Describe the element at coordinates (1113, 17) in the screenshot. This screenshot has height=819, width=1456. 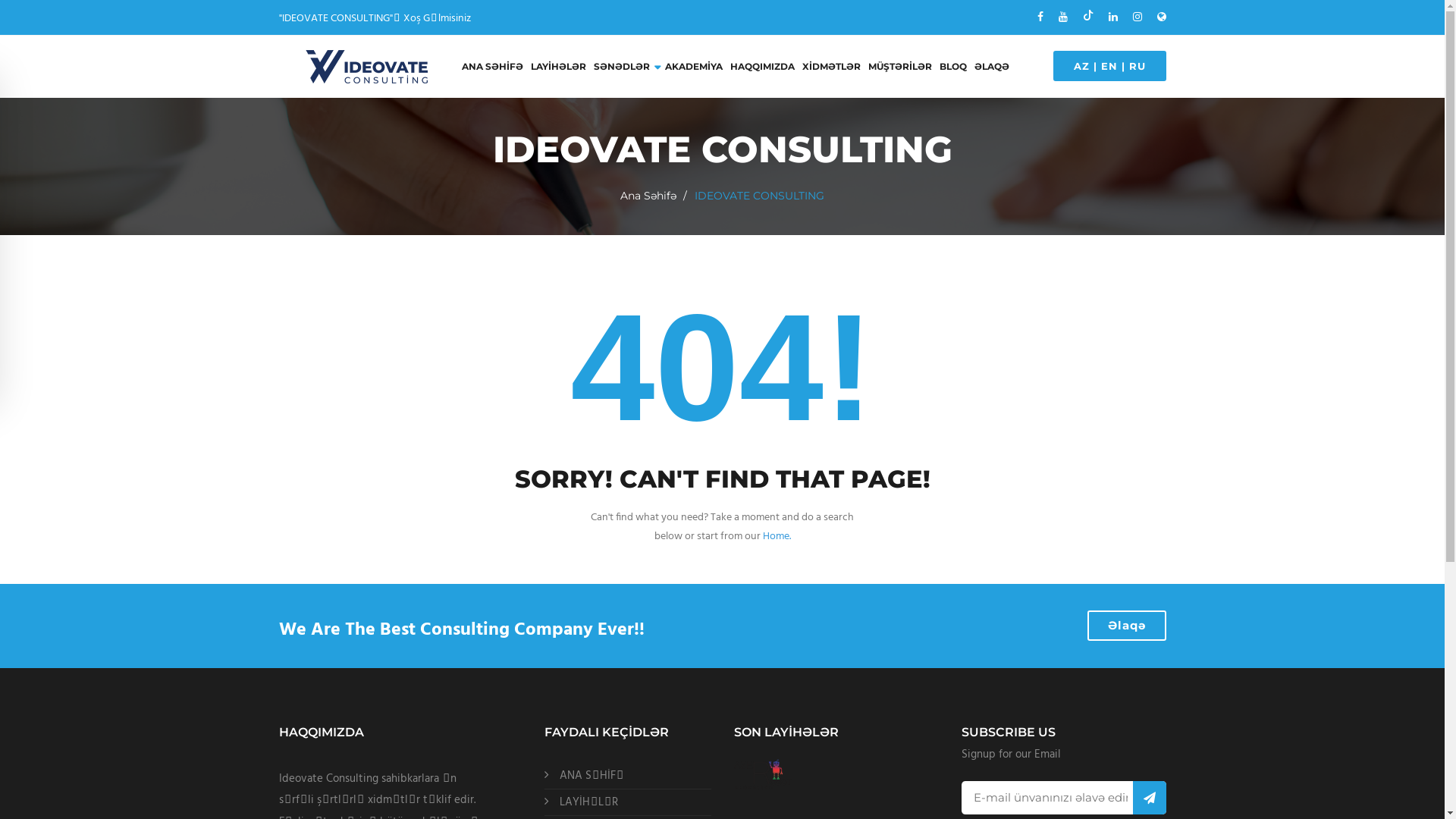
I see `'linkedin'` at that location.